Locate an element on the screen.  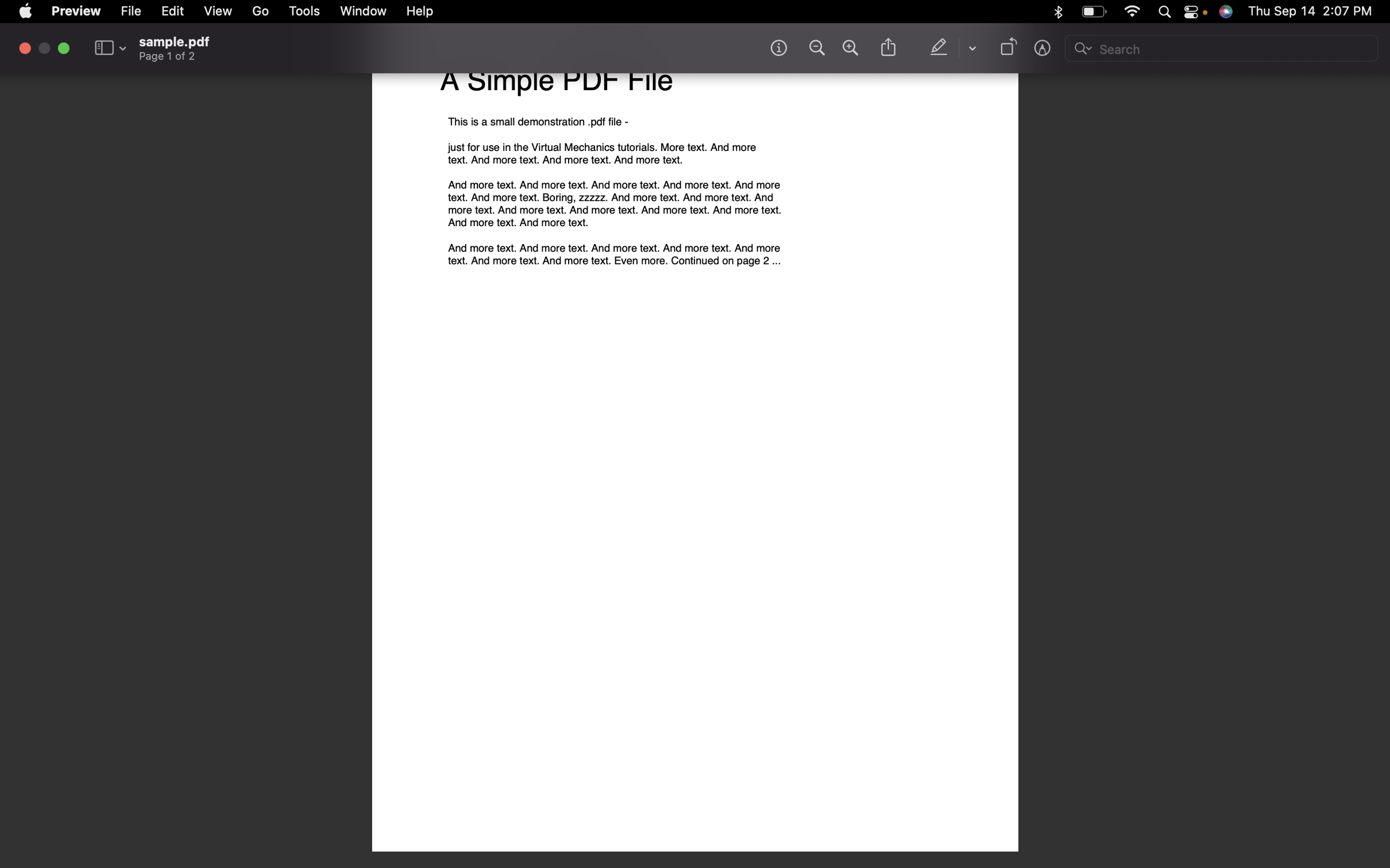
Highlight selected text is located at coordinates (940, 48).